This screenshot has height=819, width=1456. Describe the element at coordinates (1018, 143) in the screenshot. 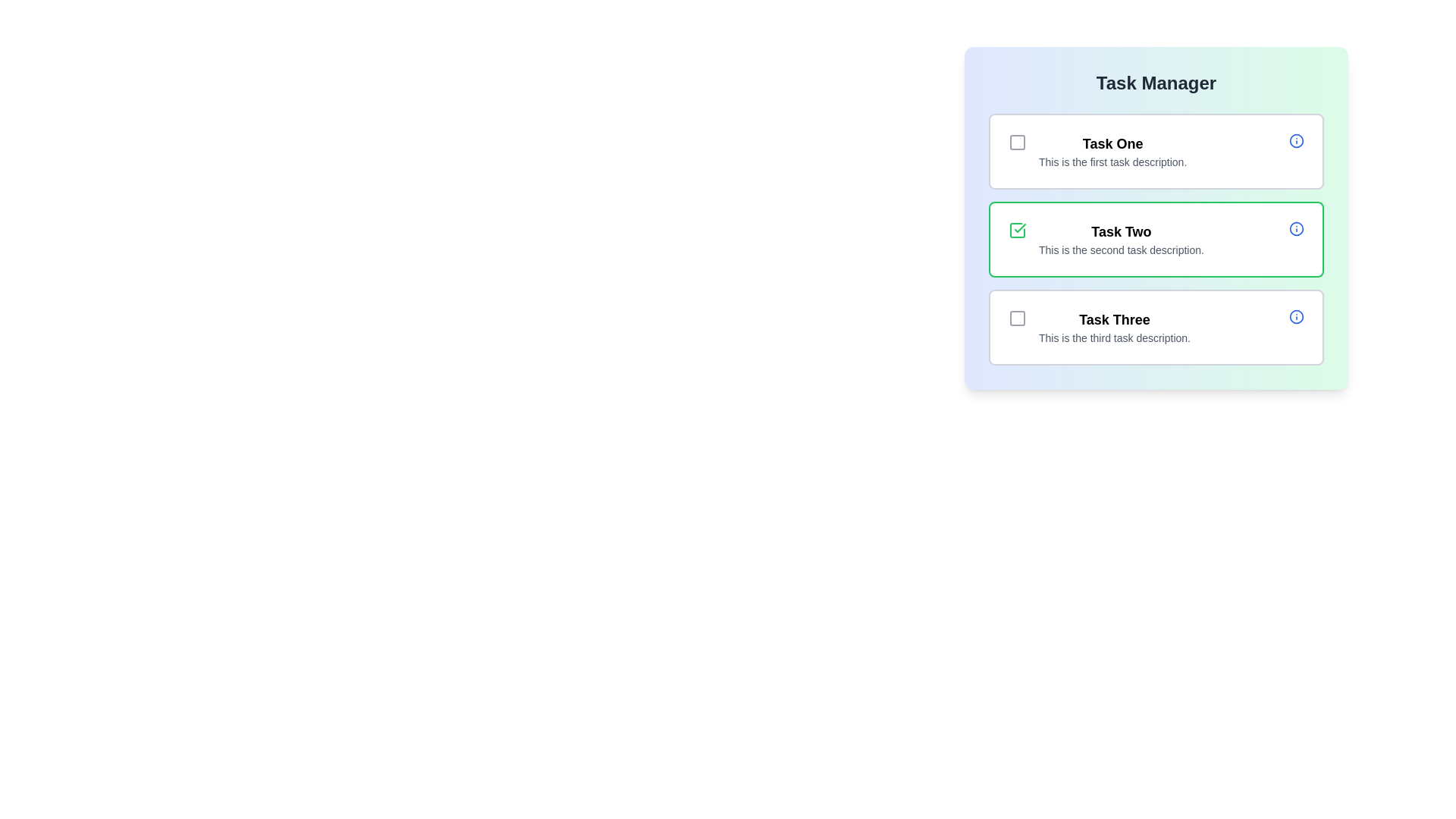

I see `the small square icon with rounded corners located in the top-left corner of the 'Task One' item in the task list` at that location.